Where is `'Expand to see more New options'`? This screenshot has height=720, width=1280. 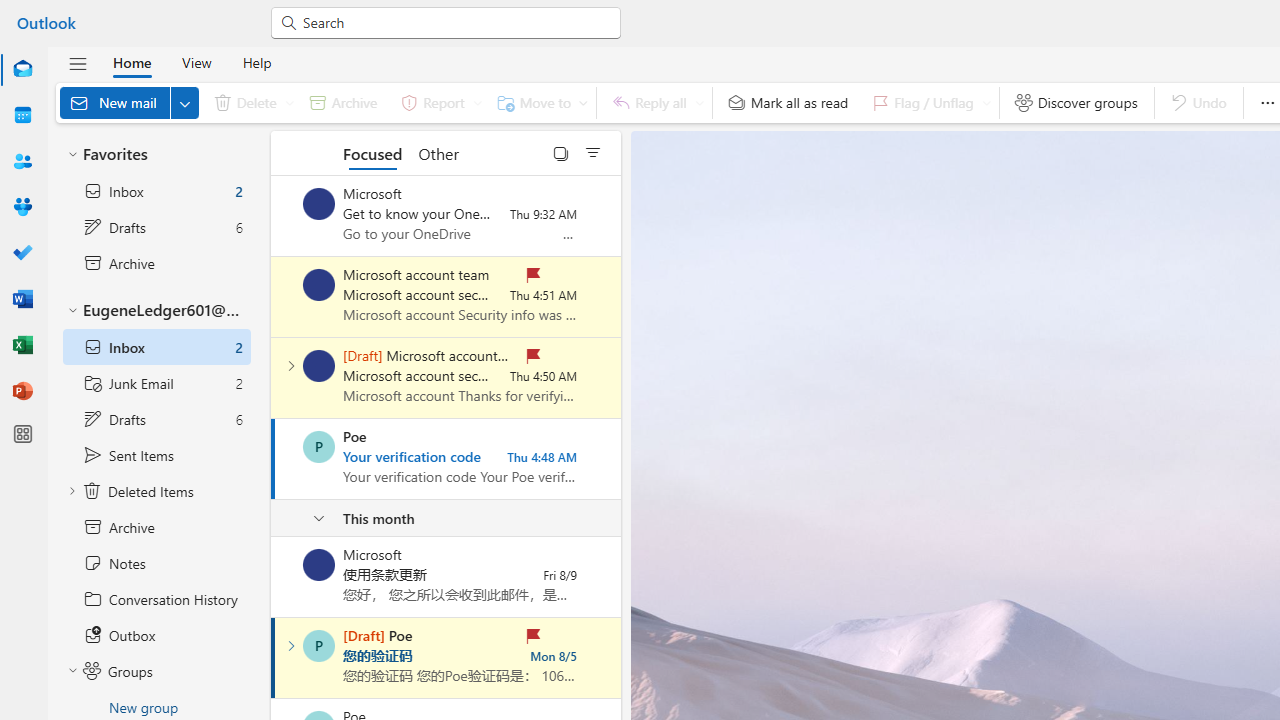 'Expand to see more New options' is located at coordinates (184, 102).